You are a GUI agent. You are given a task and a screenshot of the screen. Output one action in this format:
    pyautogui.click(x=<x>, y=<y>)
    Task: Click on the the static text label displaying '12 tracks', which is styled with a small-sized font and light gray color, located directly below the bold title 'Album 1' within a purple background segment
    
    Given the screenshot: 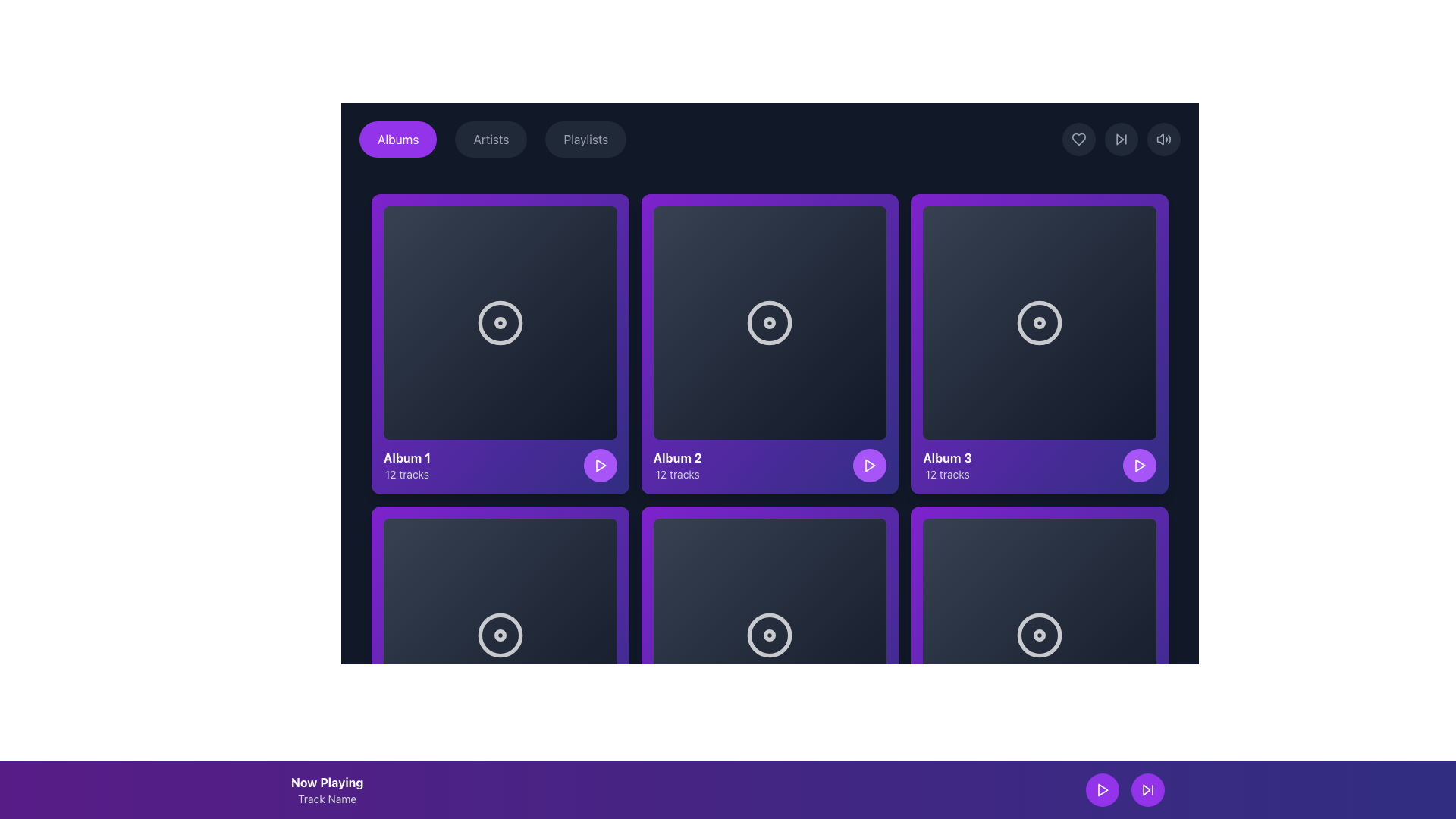 What is the action you would take?
    pyautogui.click(x=407, y=473)
    